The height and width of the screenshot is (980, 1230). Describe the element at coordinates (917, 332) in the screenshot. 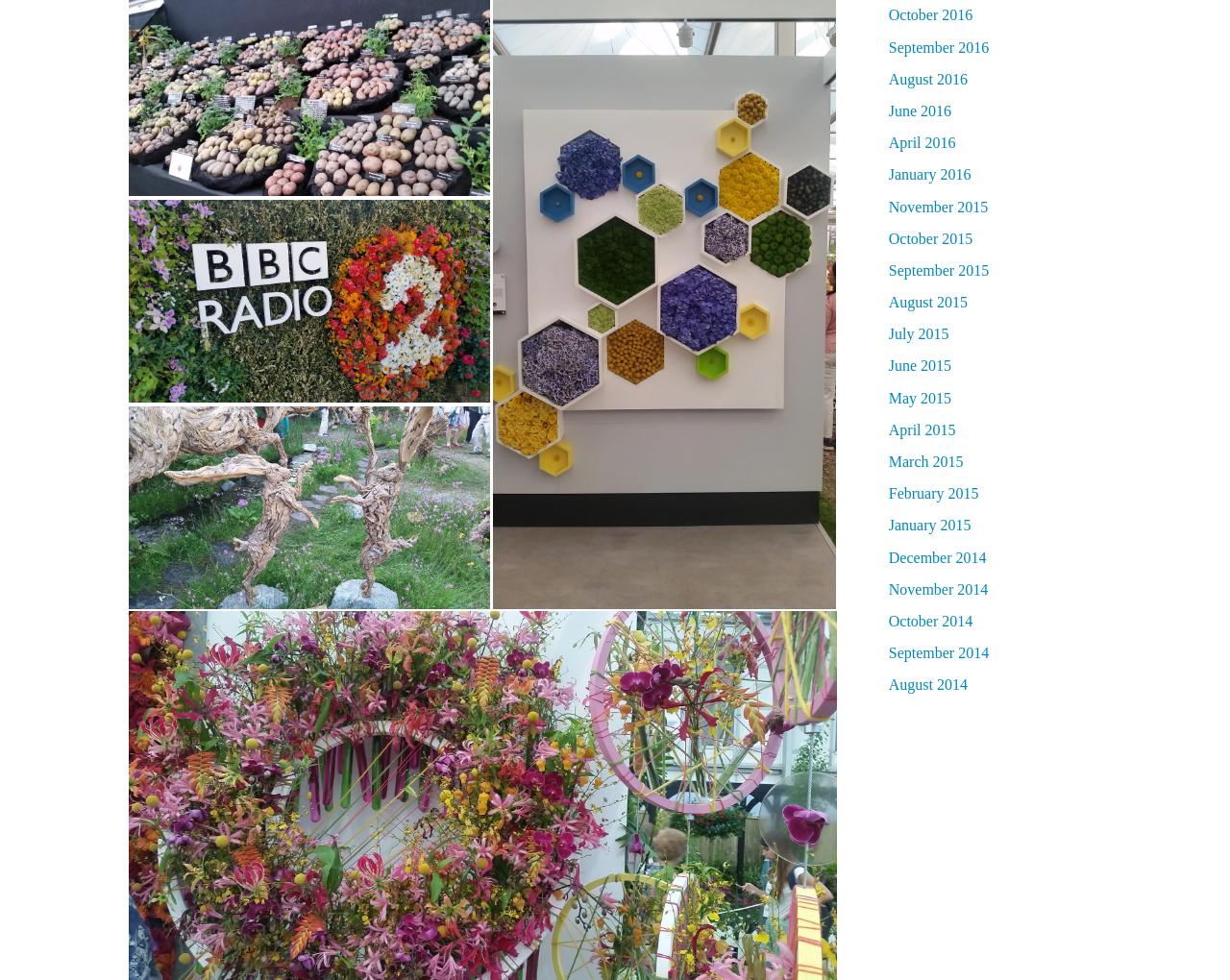

I see `'July 2015'` at that location.